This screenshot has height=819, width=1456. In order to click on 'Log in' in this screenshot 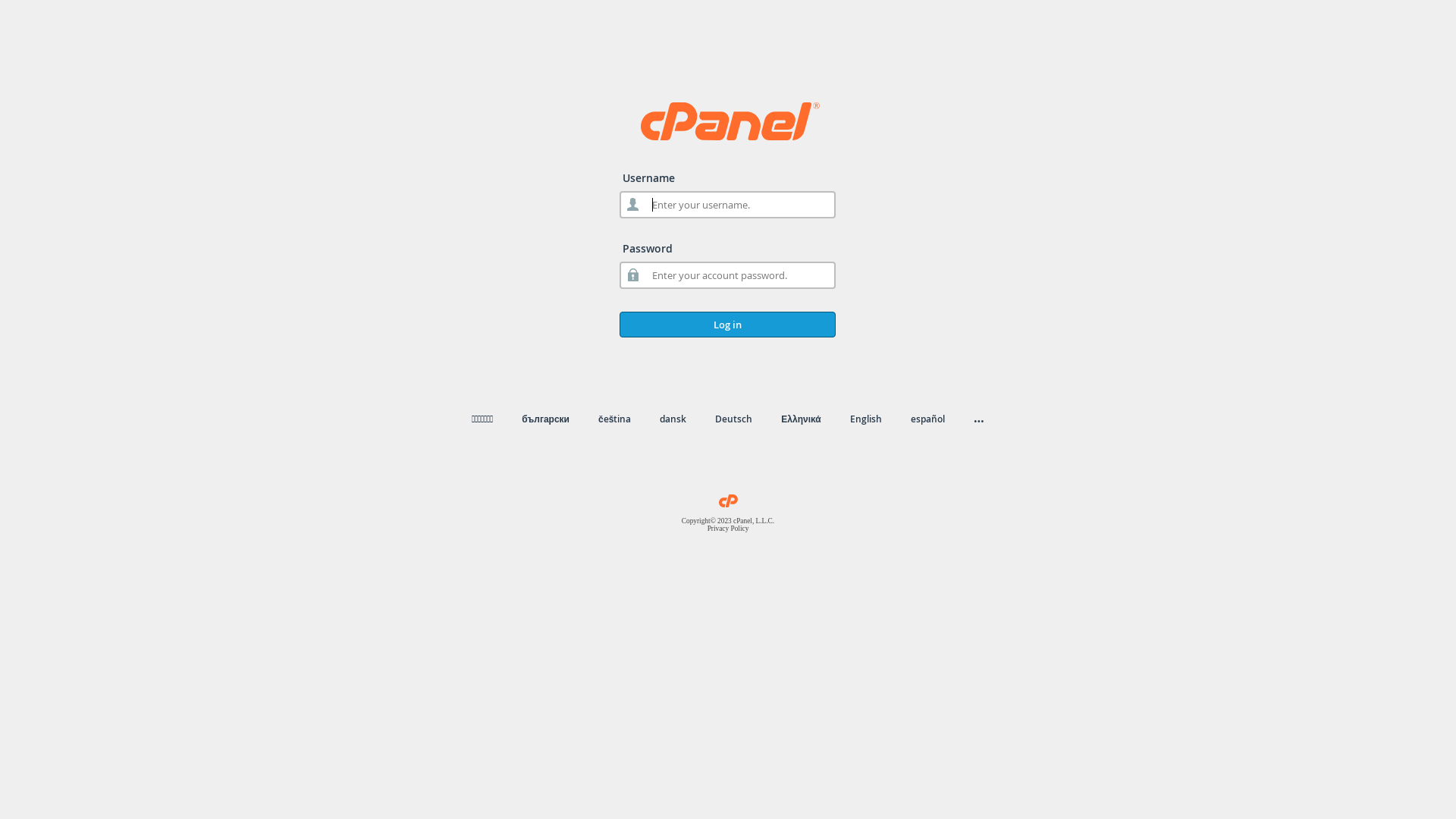, I will do `click(726, 324)`.